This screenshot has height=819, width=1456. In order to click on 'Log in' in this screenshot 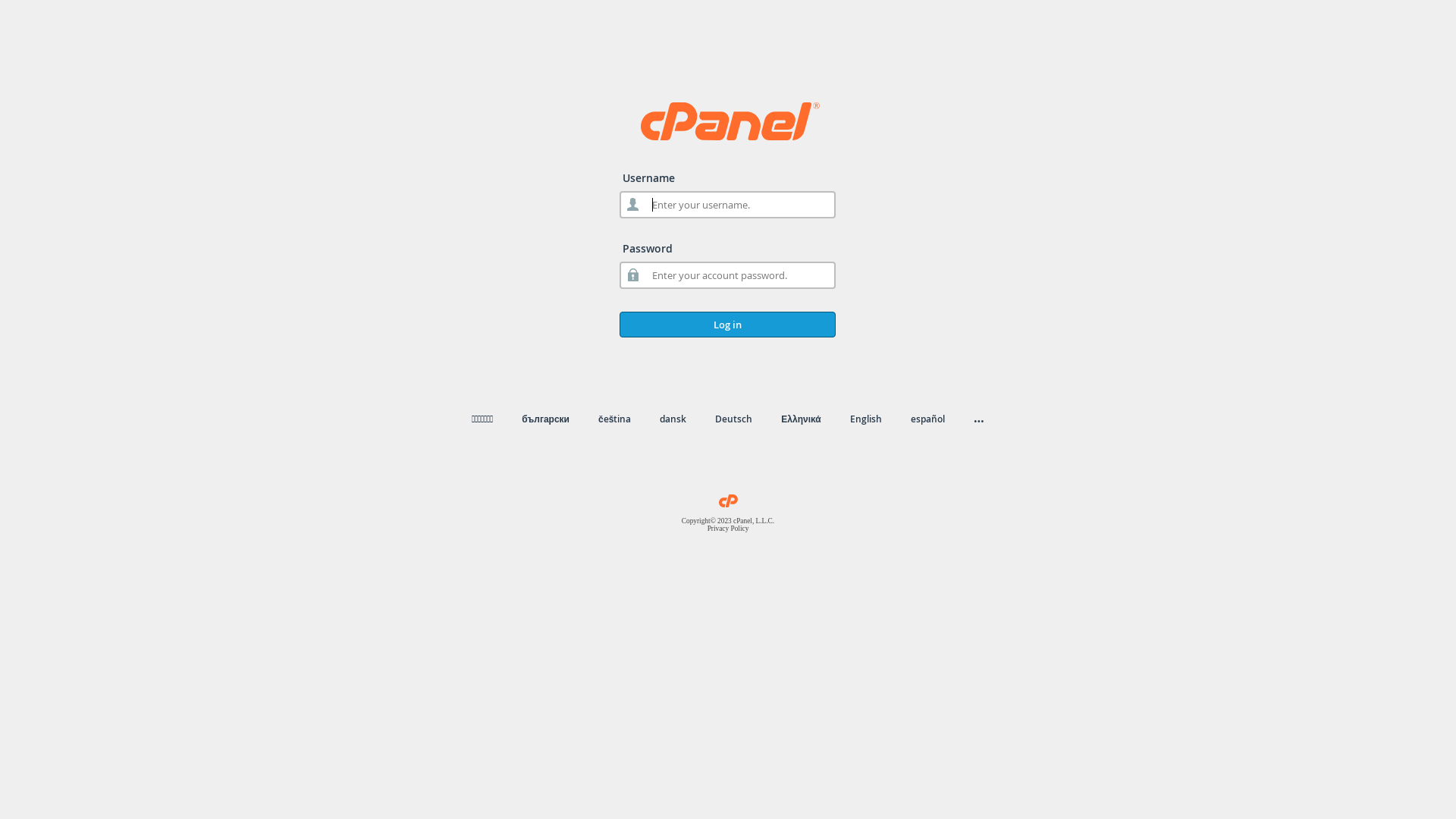, I will do `click(726, 324)`.